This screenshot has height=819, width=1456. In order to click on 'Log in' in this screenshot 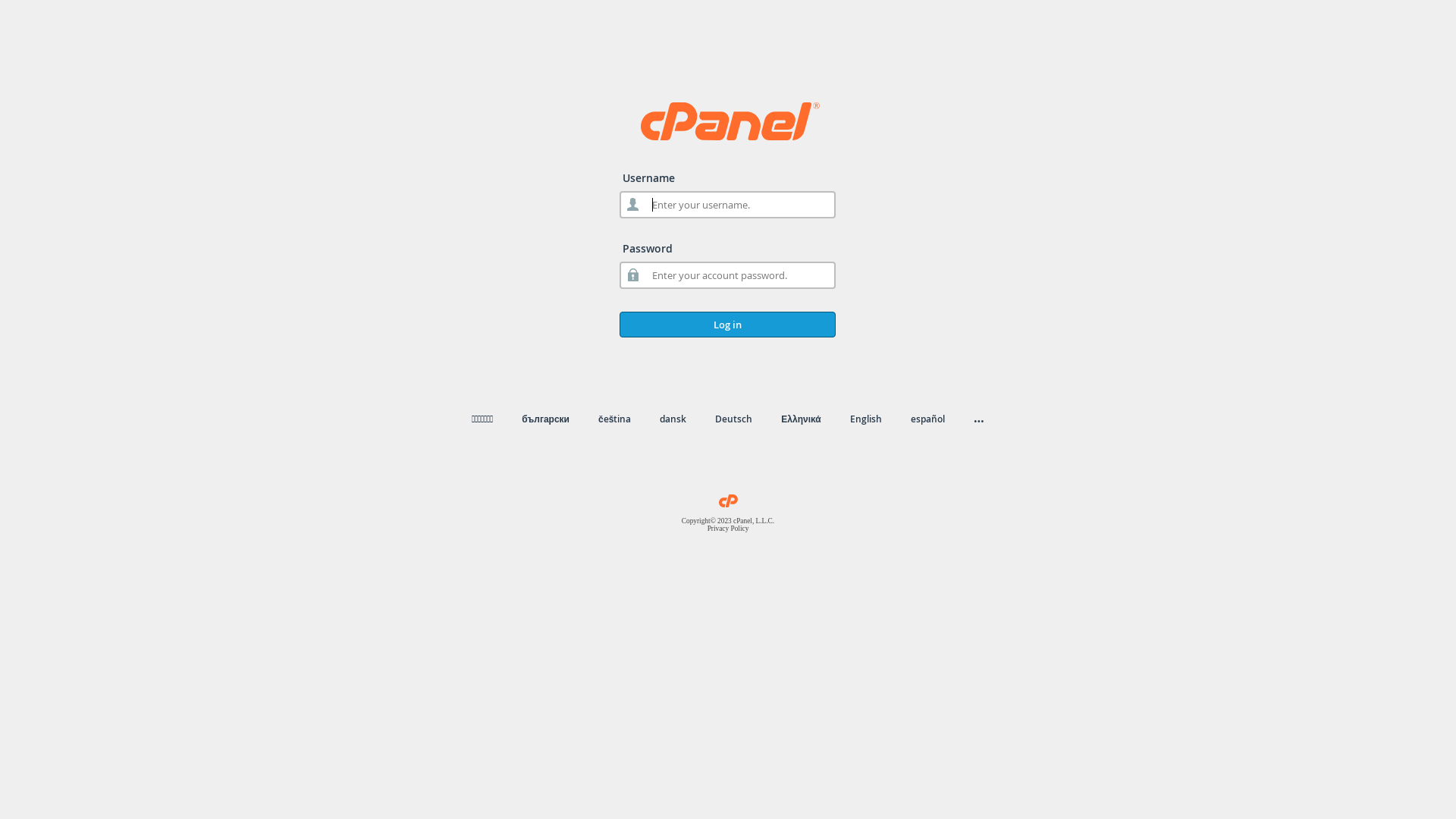, I will do `click(726, 324)`.